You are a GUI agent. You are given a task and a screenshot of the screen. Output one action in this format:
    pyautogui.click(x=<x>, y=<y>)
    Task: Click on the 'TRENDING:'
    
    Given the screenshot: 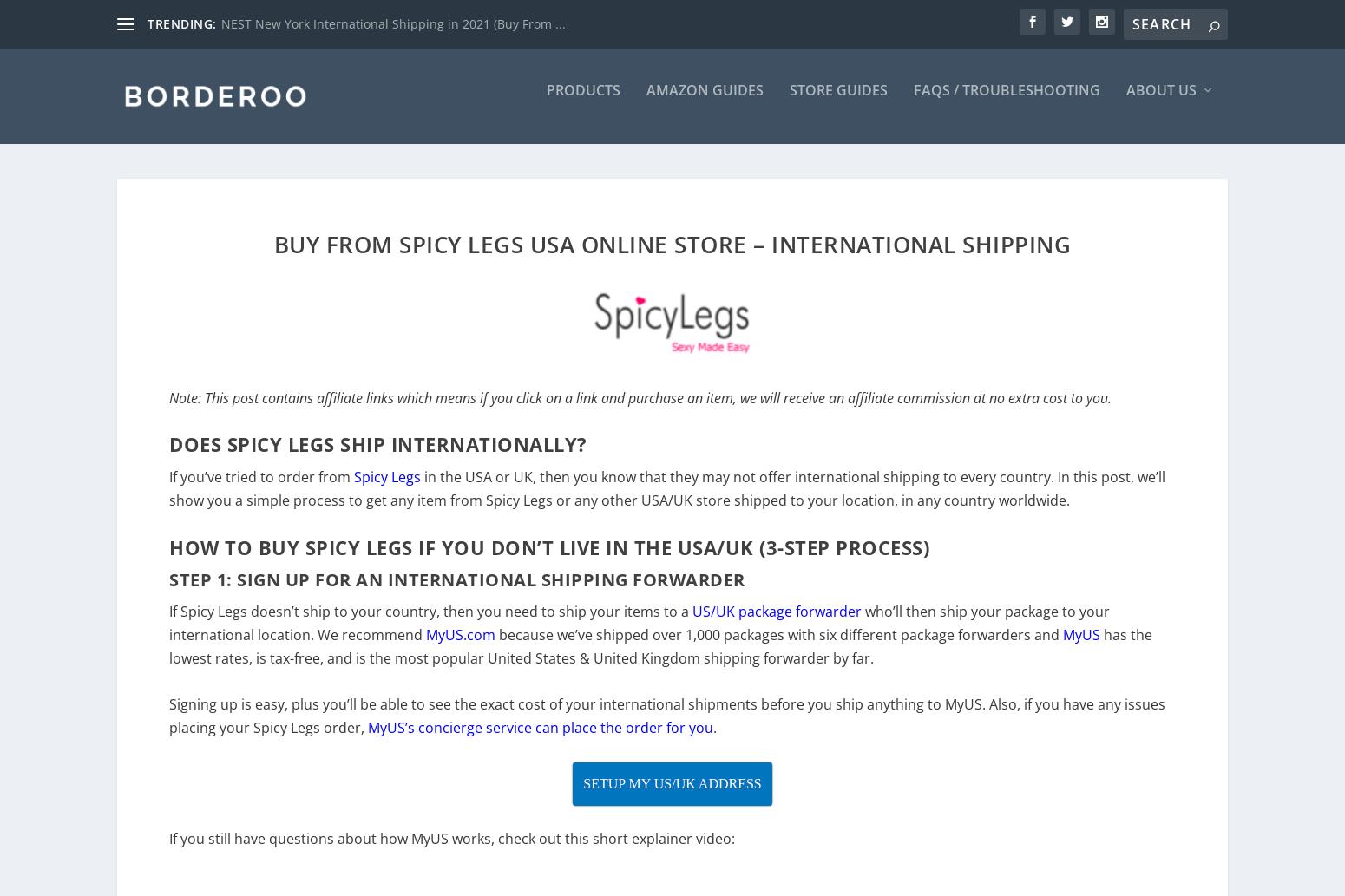 What is the action you would take?
    pyautogui.click(x=180, y=23)
    